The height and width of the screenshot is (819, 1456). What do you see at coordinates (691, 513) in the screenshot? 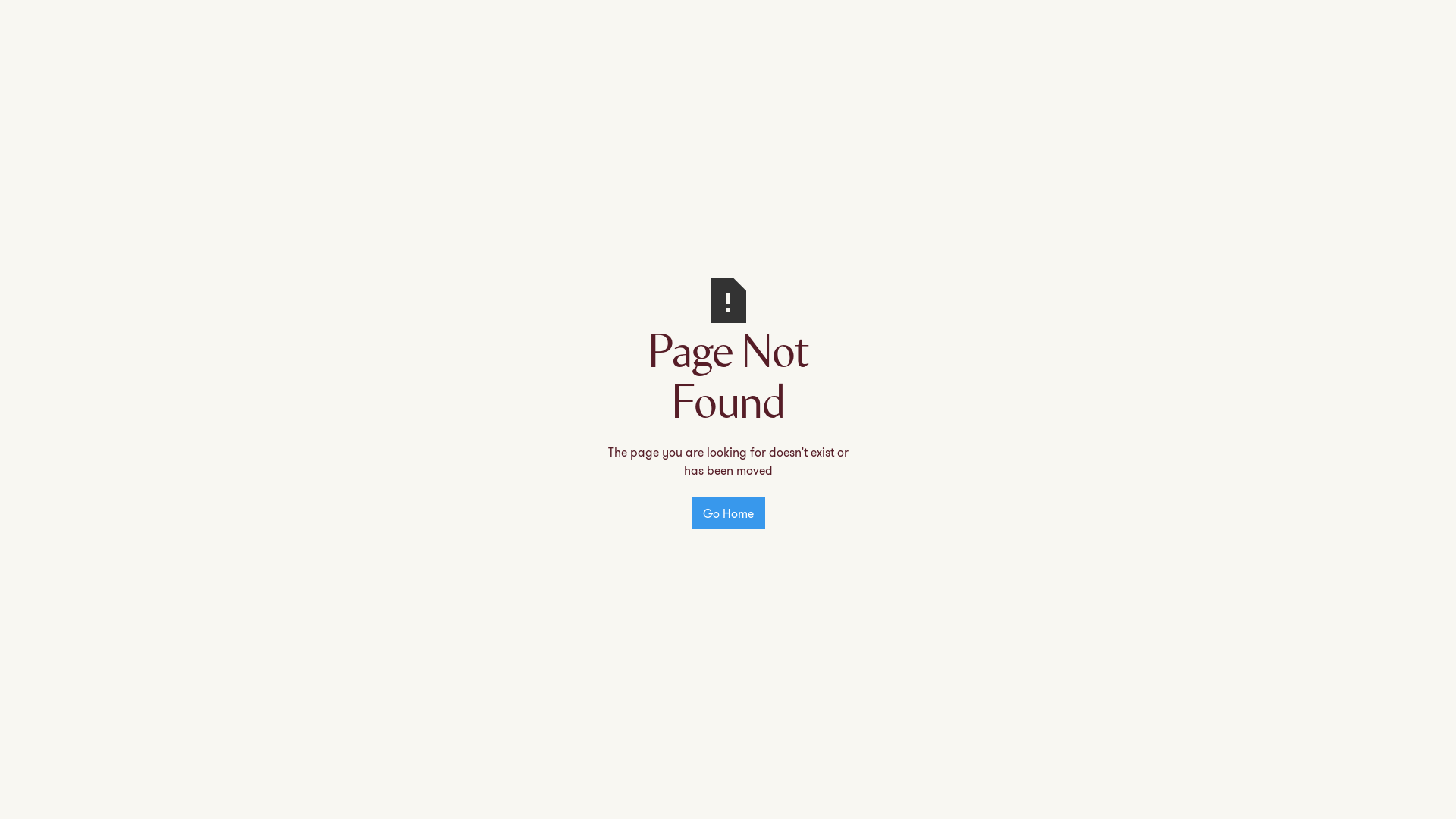
I see `'Go Home'` at bounding box center [691, 513].